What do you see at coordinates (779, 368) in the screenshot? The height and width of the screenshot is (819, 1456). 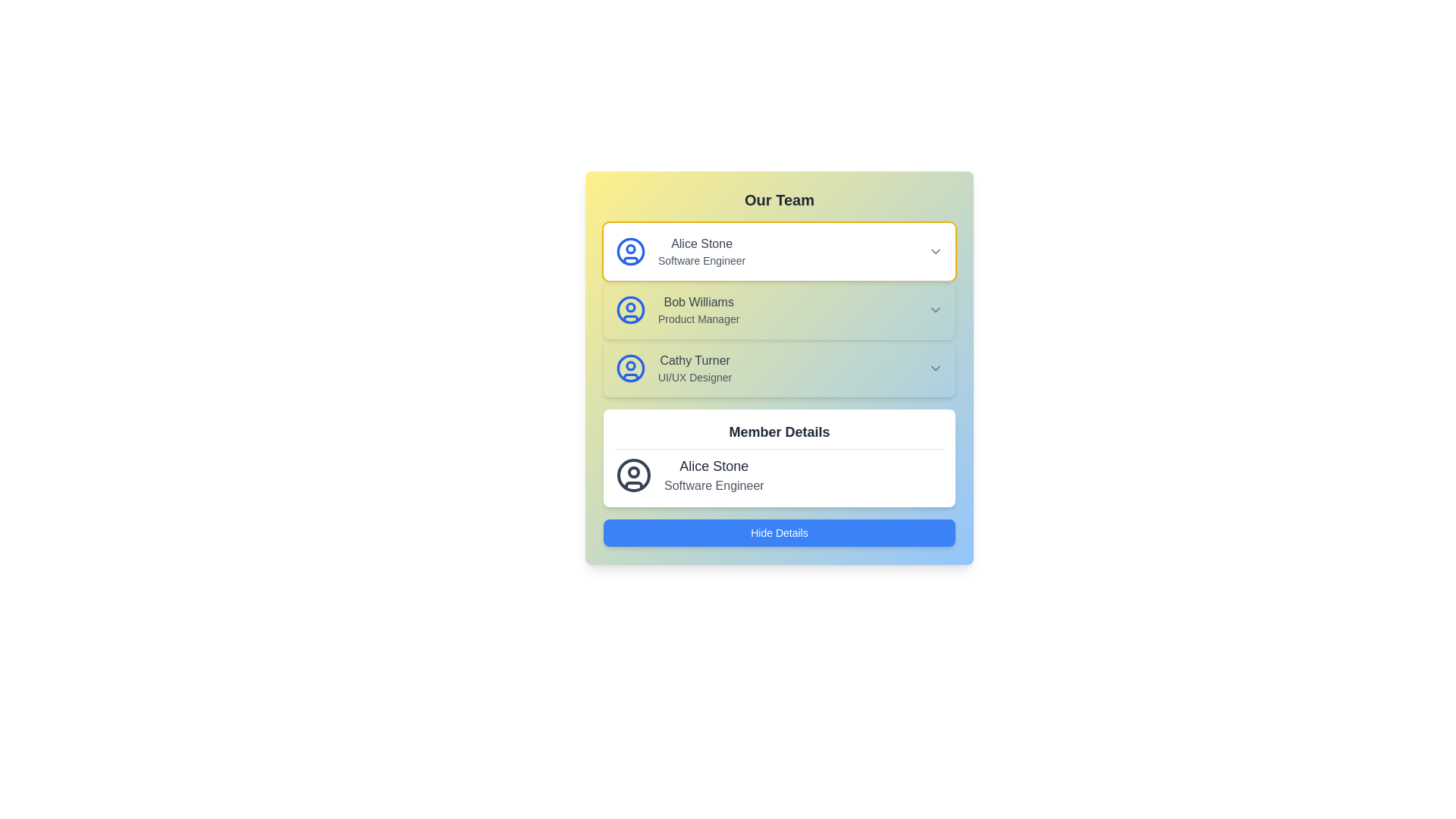 I see `to select the profile card for 'Cathy Turner' in the team list` at bounding box center [779, 368].